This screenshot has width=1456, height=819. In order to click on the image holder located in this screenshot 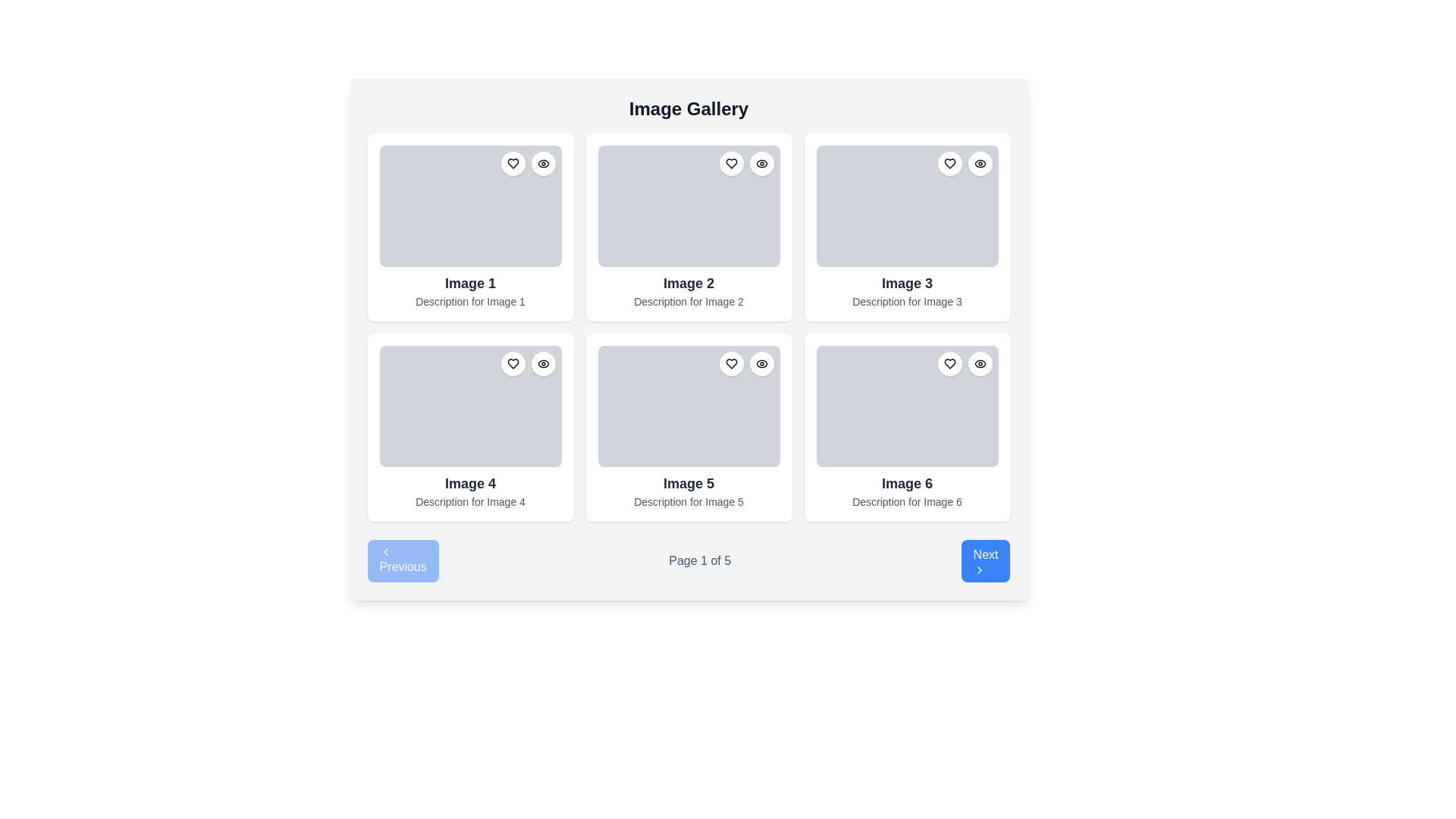, I will do `click(907, 206)`.